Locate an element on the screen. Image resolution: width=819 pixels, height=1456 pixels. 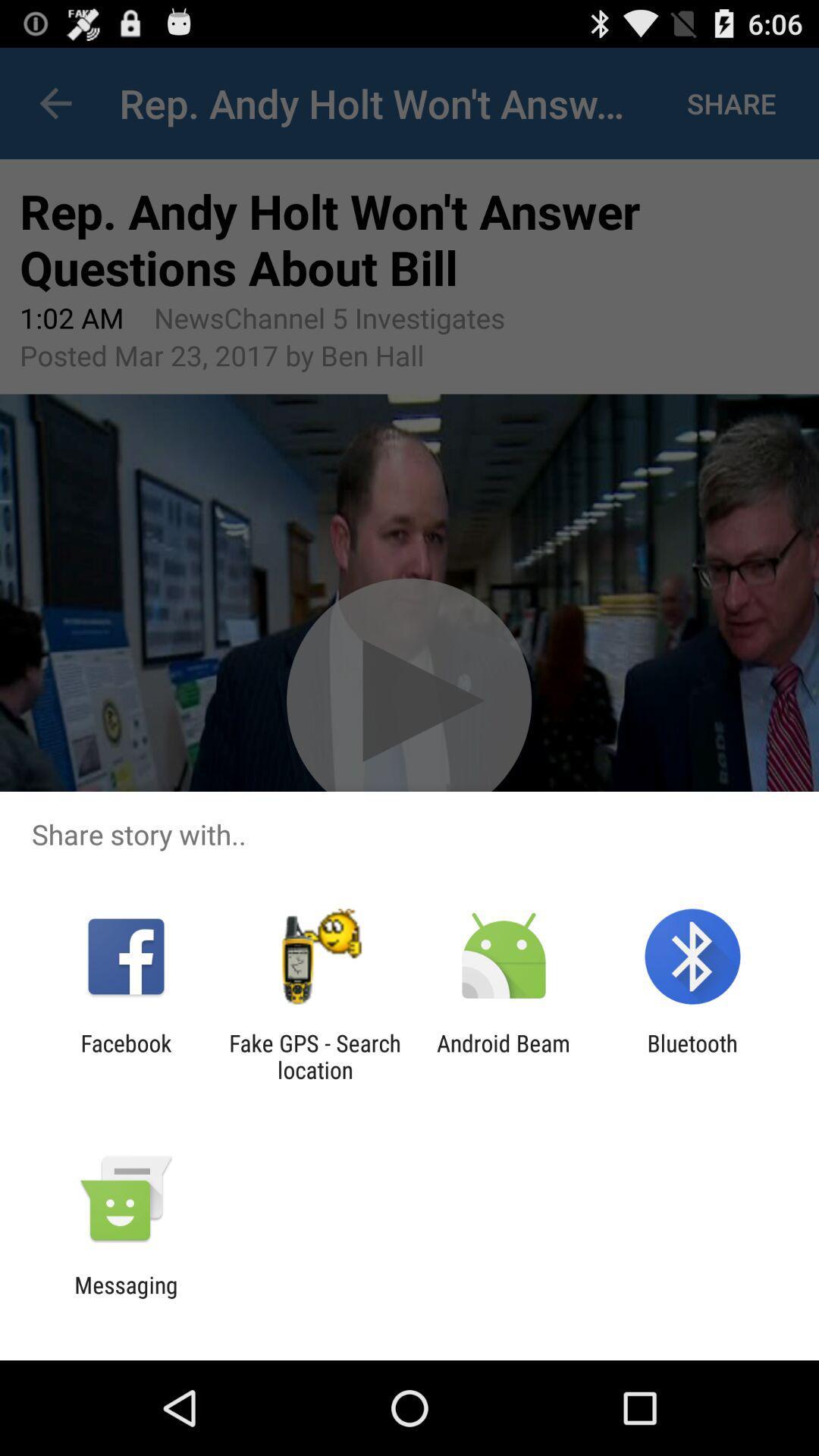
fake gps search item is located at coordinates (314, 1056).